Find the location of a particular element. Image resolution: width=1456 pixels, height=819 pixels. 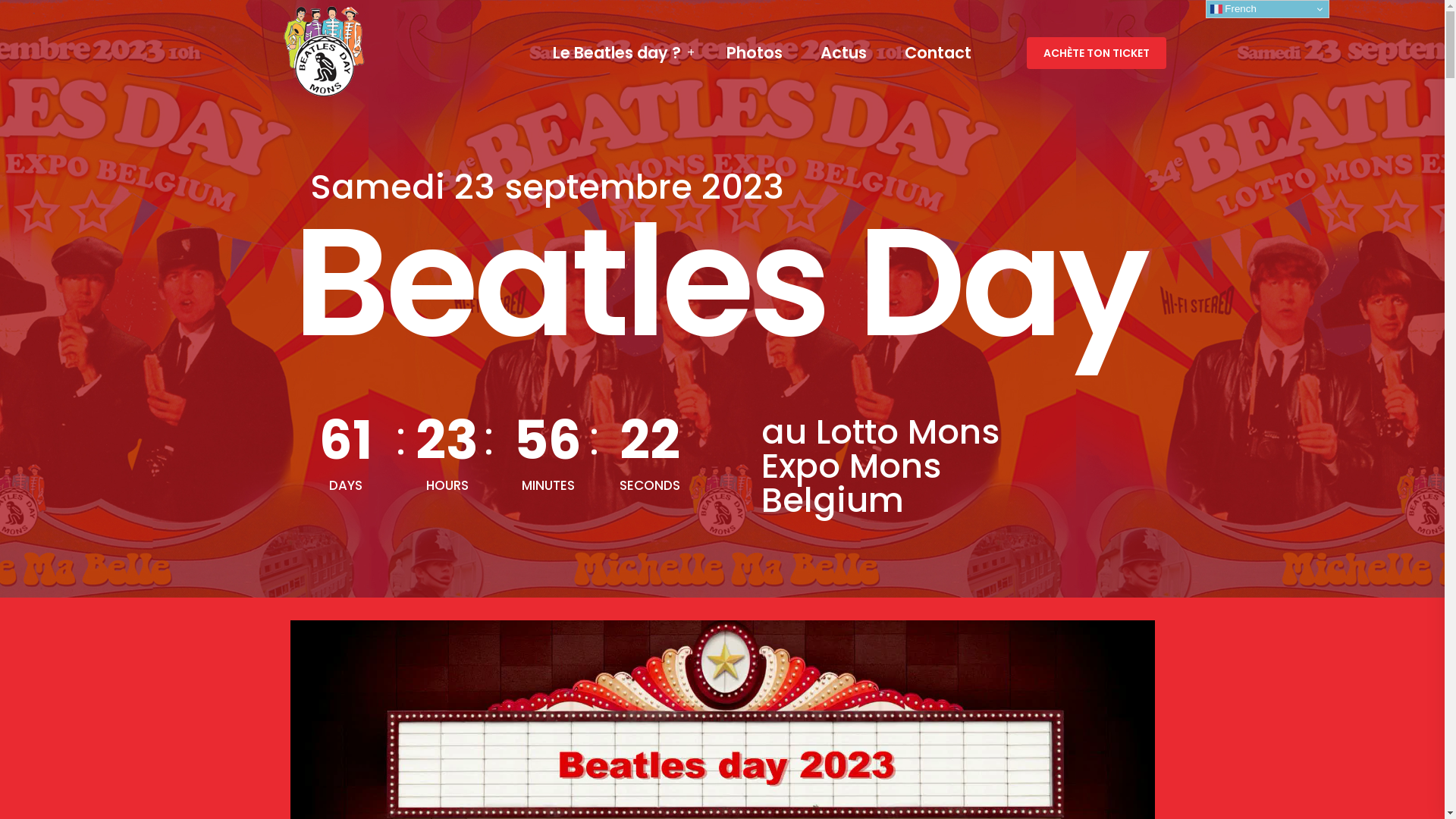

'Photos' is located at coordinates (754, 52).